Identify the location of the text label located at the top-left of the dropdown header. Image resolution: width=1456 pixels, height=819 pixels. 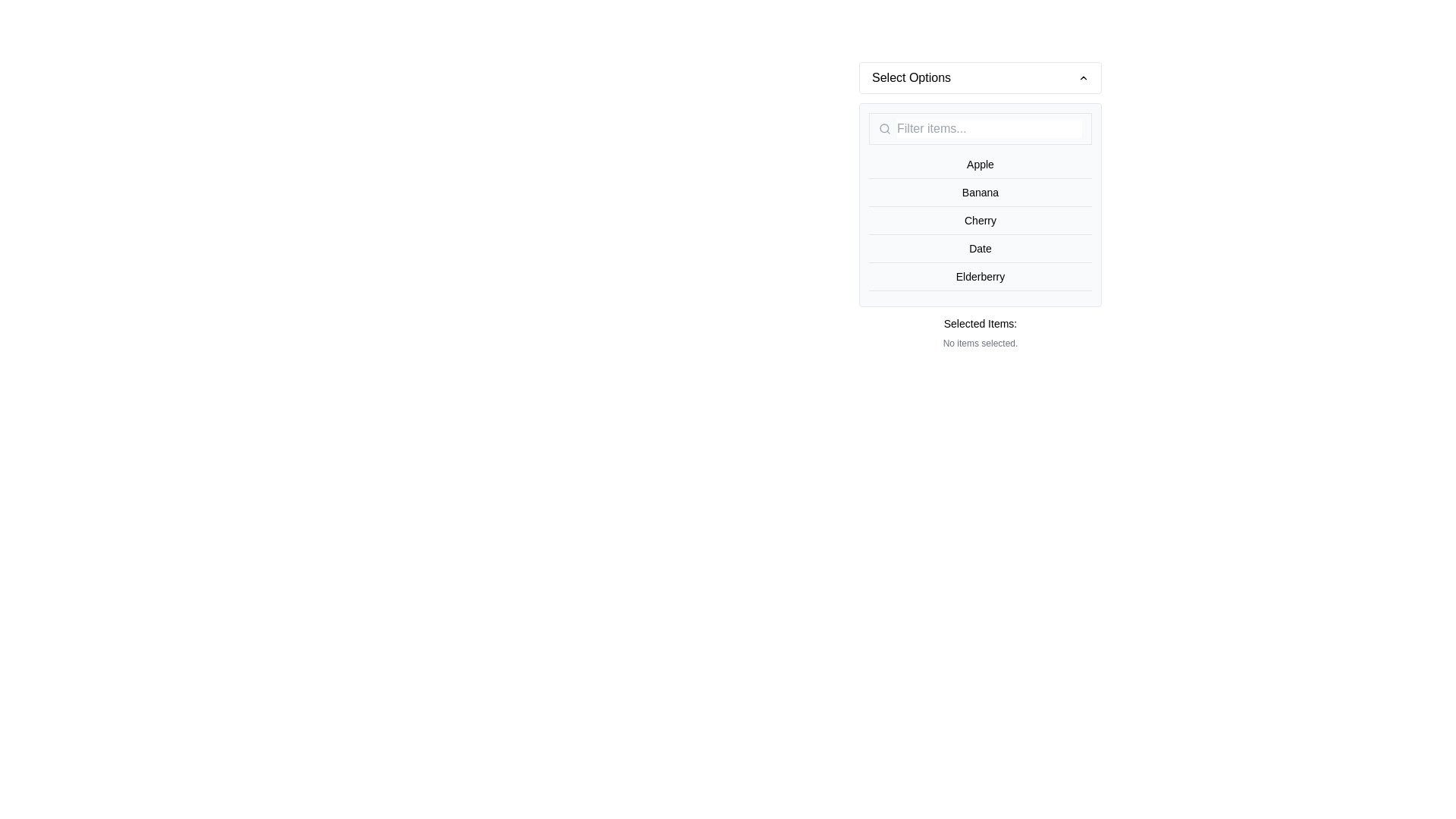
(911, 78).